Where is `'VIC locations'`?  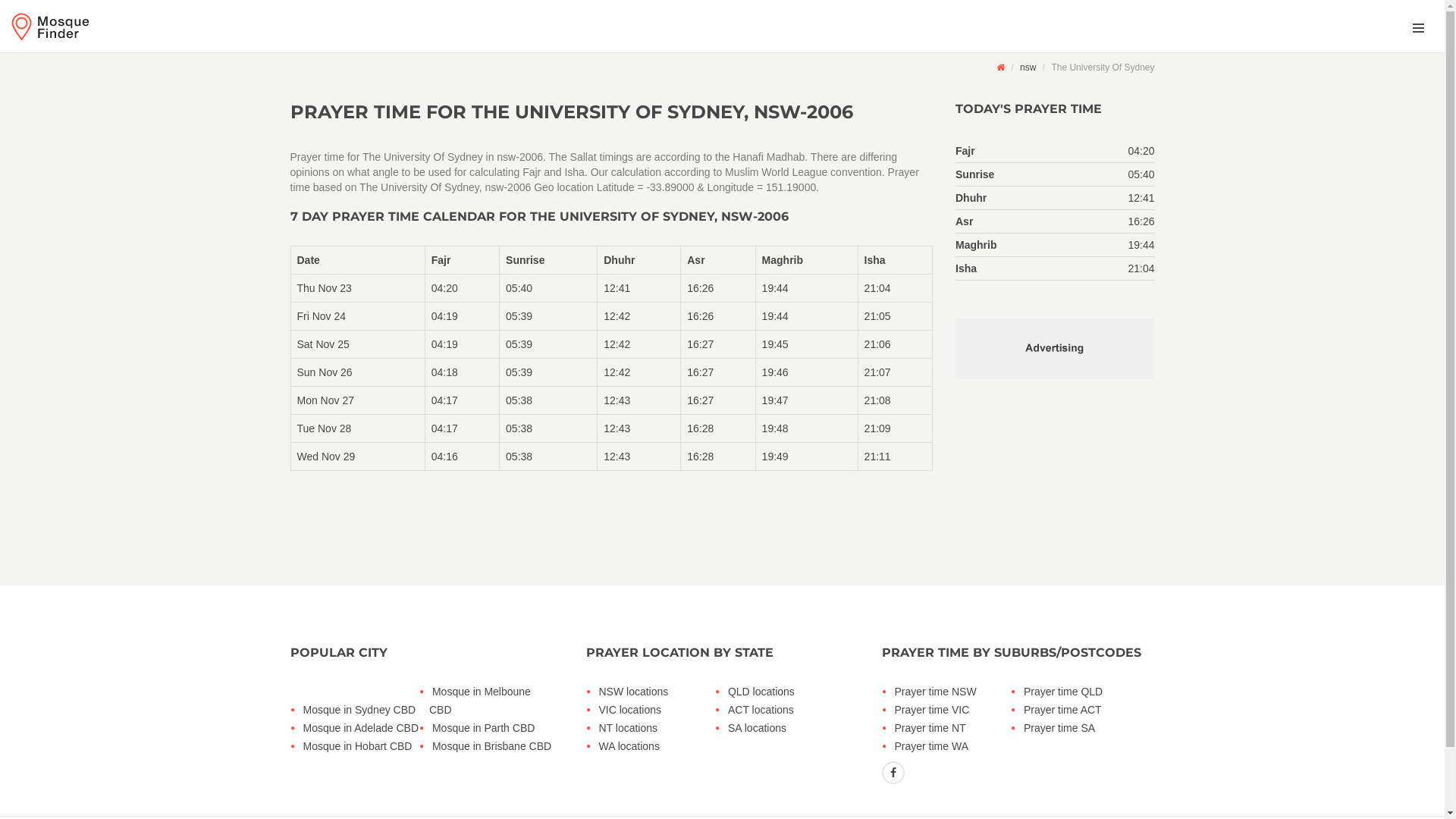
'VIC locations' is located at coordinates (659, 710).